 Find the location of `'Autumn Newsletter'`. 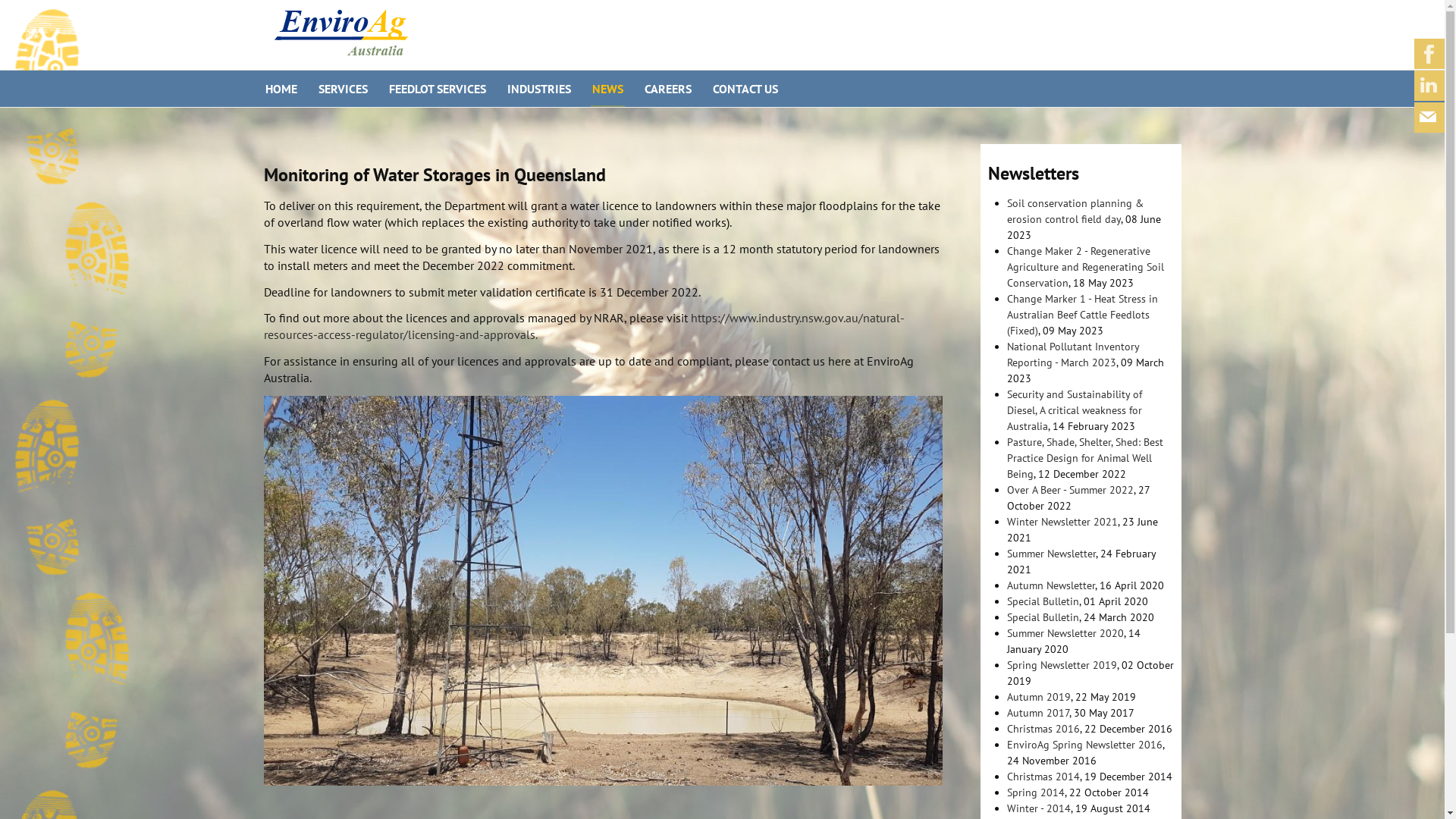

'Autumn Newsletter' is located at coordinates (1050, 584).